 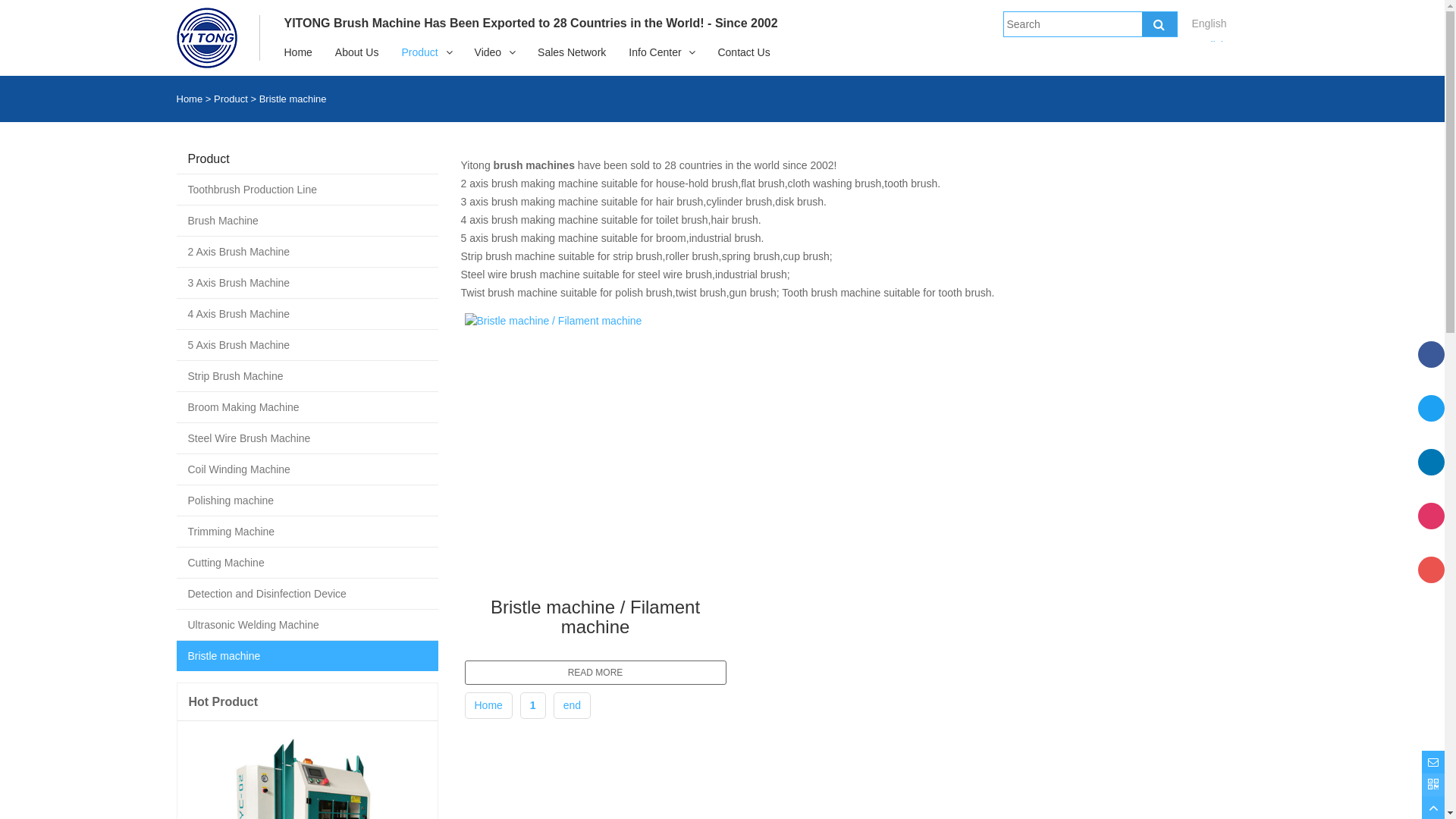 What do you see at coordinates (1430, 529) in the screenshot?
I see `'instagram'` at bounding box center [1430, 529].